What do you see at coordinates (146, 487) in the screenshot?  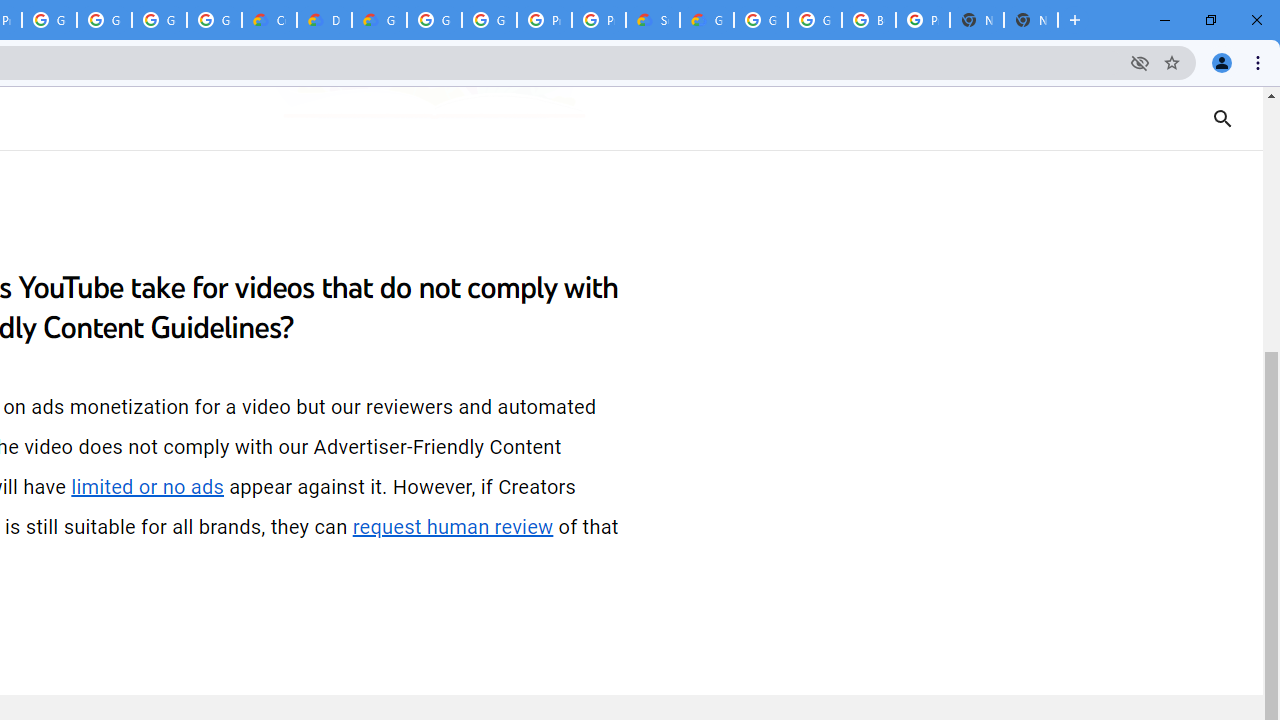 I see `'limited or no ads'` at bounding box center [146, 487].